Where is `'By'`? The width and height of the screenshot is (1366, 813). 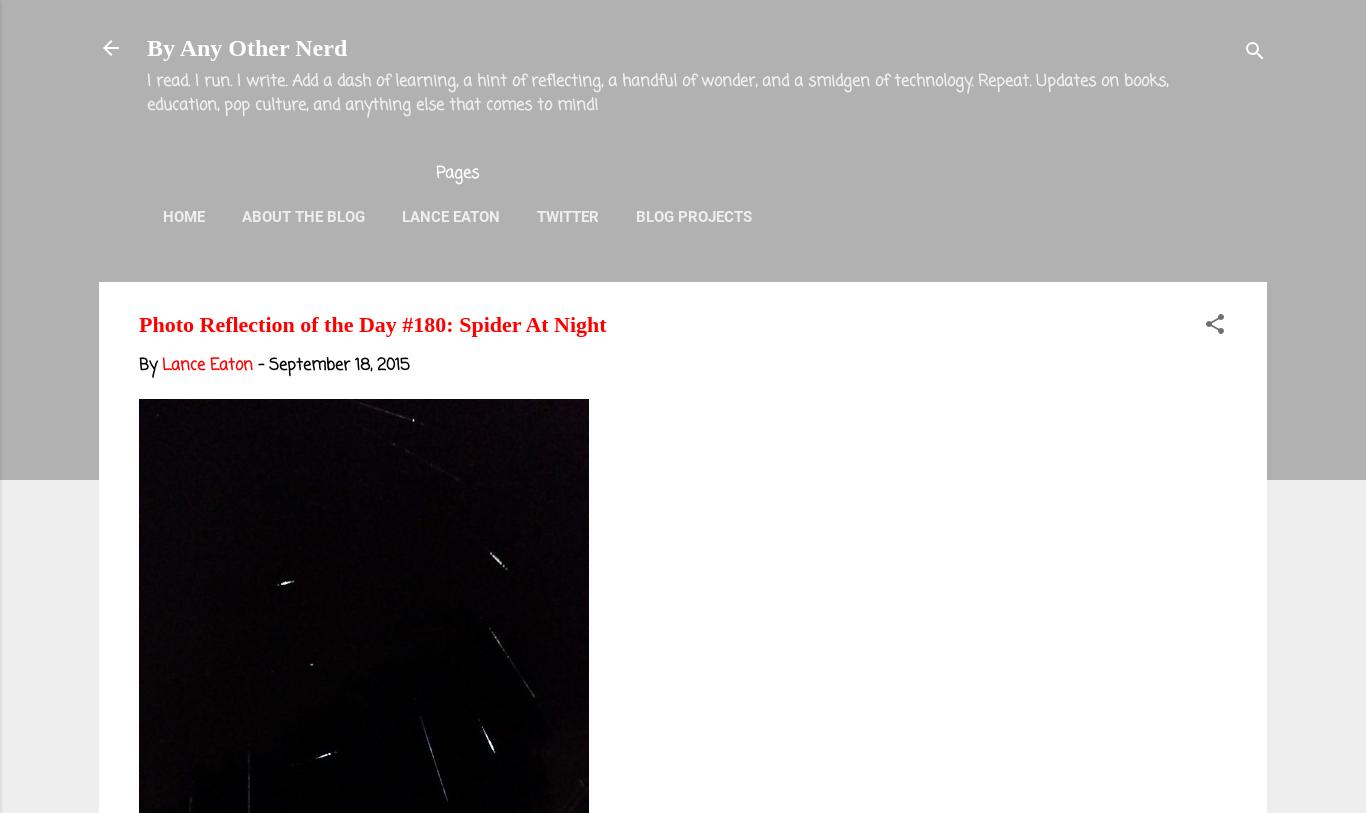
'By' is located at coordinates (149, 365).